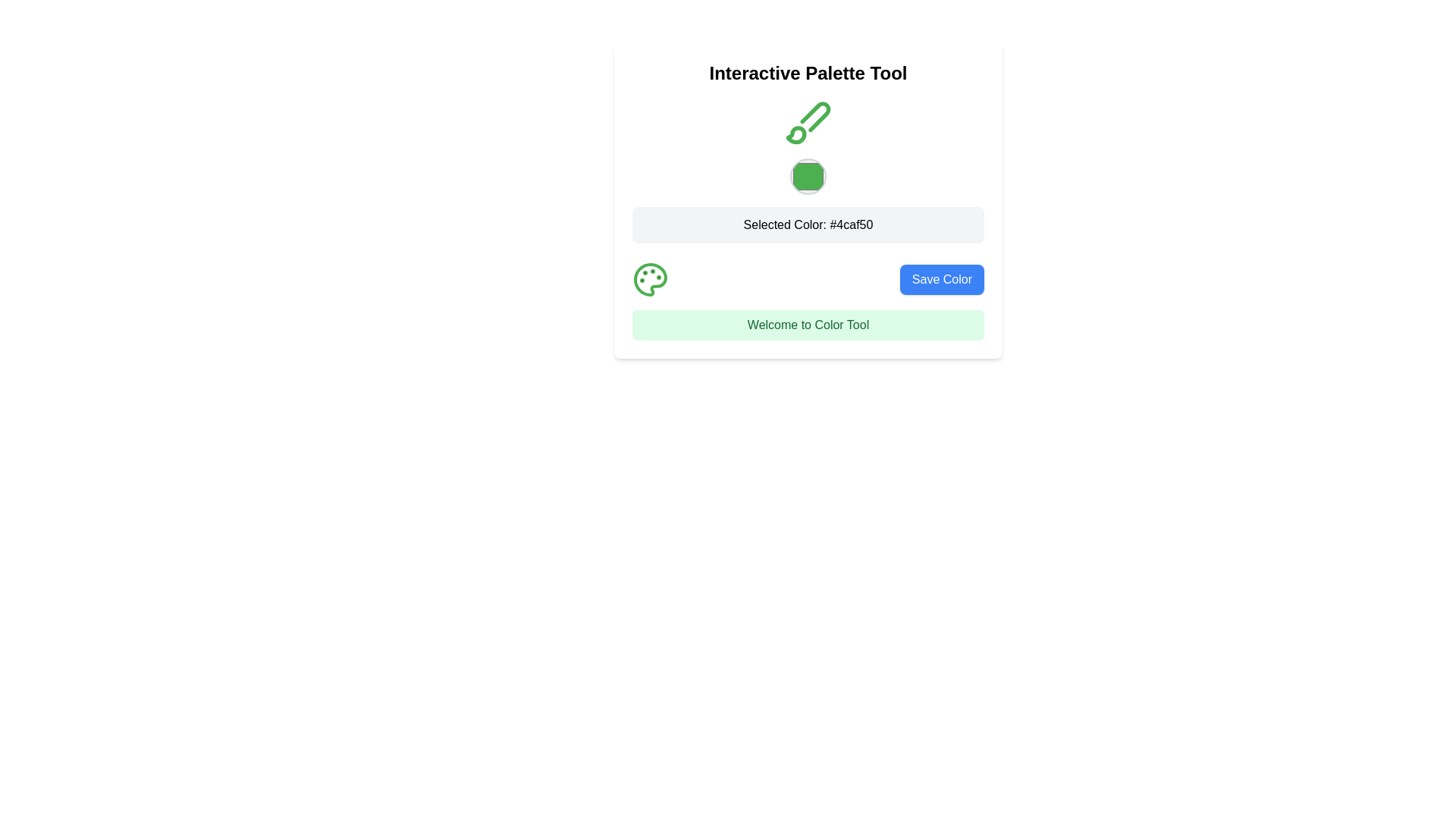 This screenshot has width=1456, height=819. I want to click on the artist's palette icon outlined in green, located to the left of the 'Save Color' button, so click(651, 280).